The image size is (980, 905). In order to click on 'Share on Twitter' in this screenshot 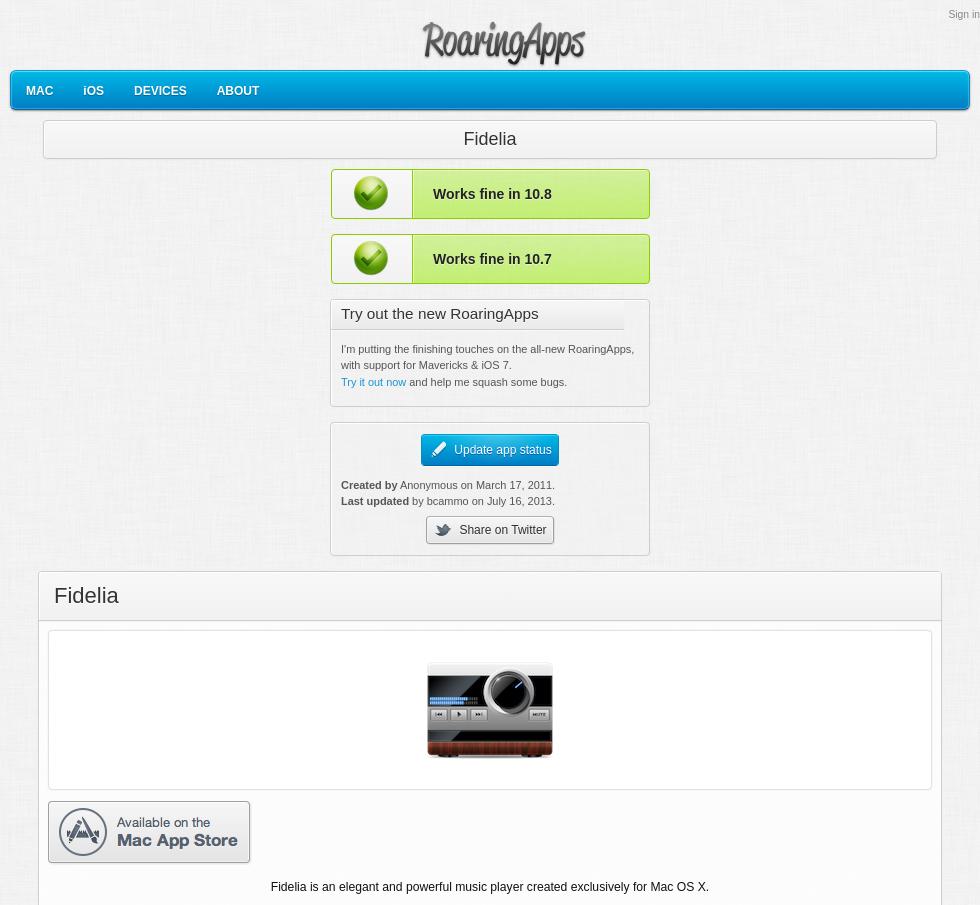, I will do `click(502, 527)`.